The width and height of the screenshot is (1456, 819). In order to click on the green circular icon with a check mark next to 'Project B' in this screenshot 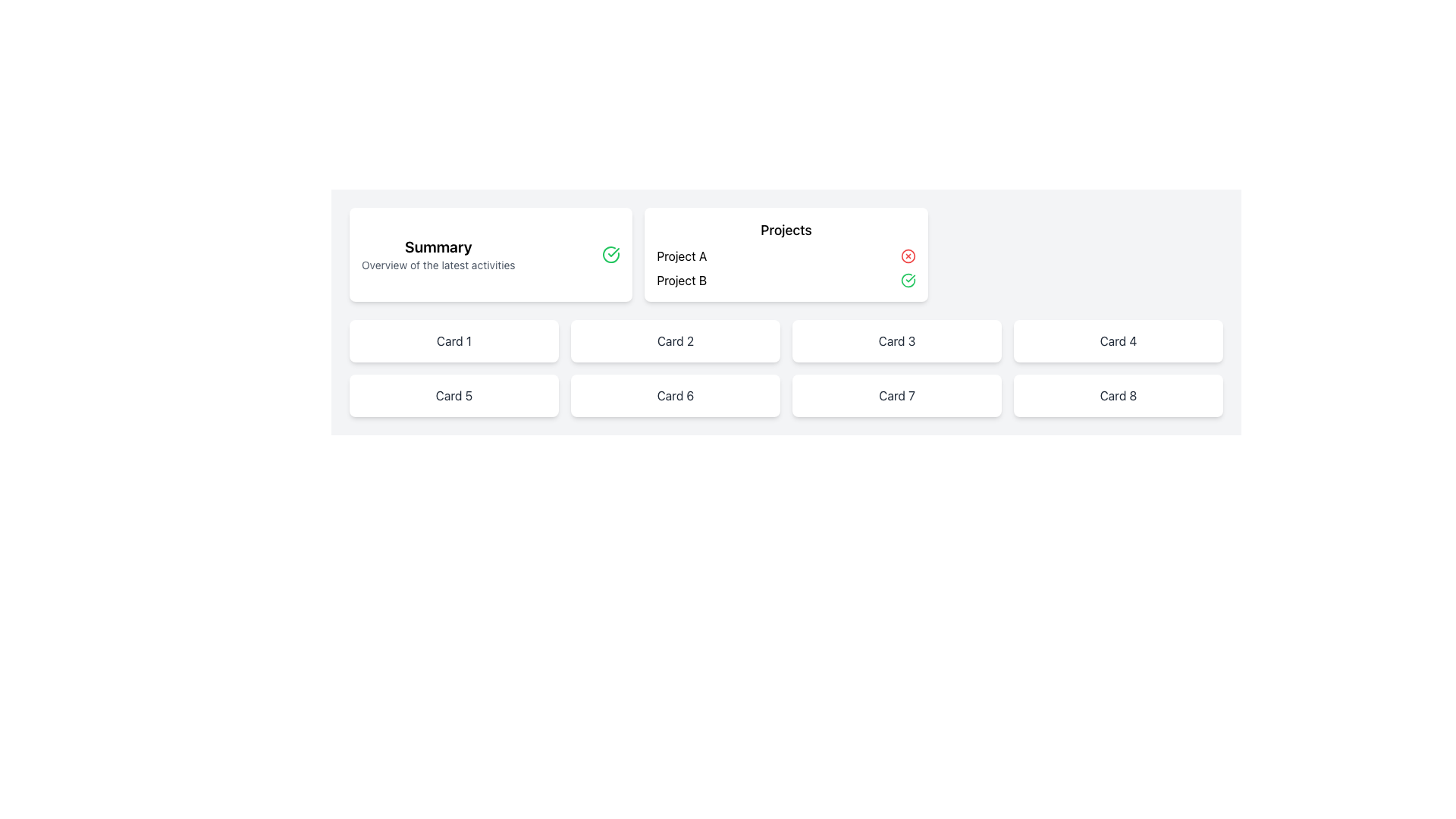, I will do `click(908, 281)`.